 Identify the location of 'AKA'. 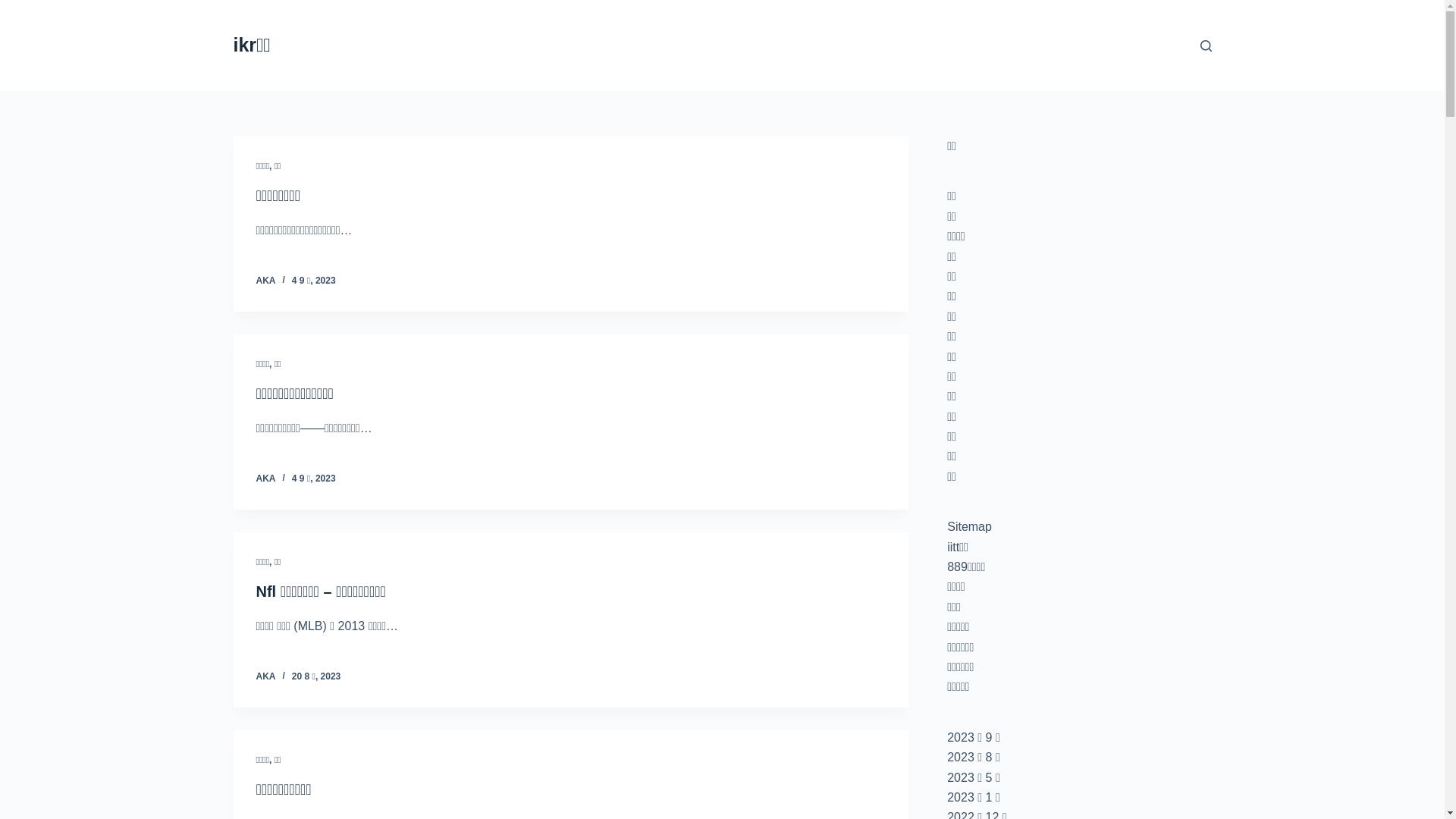
(265, 281).